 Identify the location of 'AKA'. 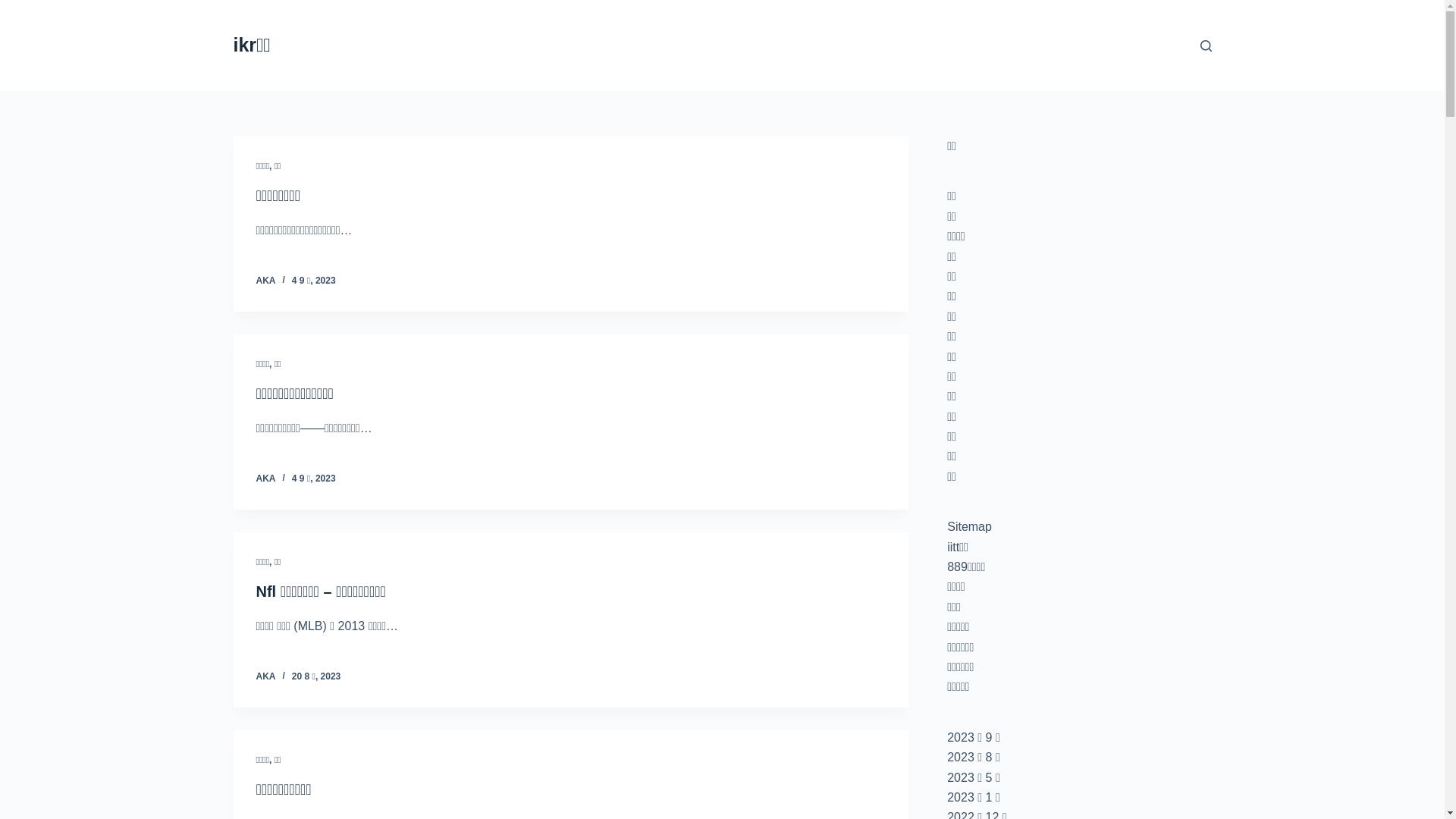
(265, 281).